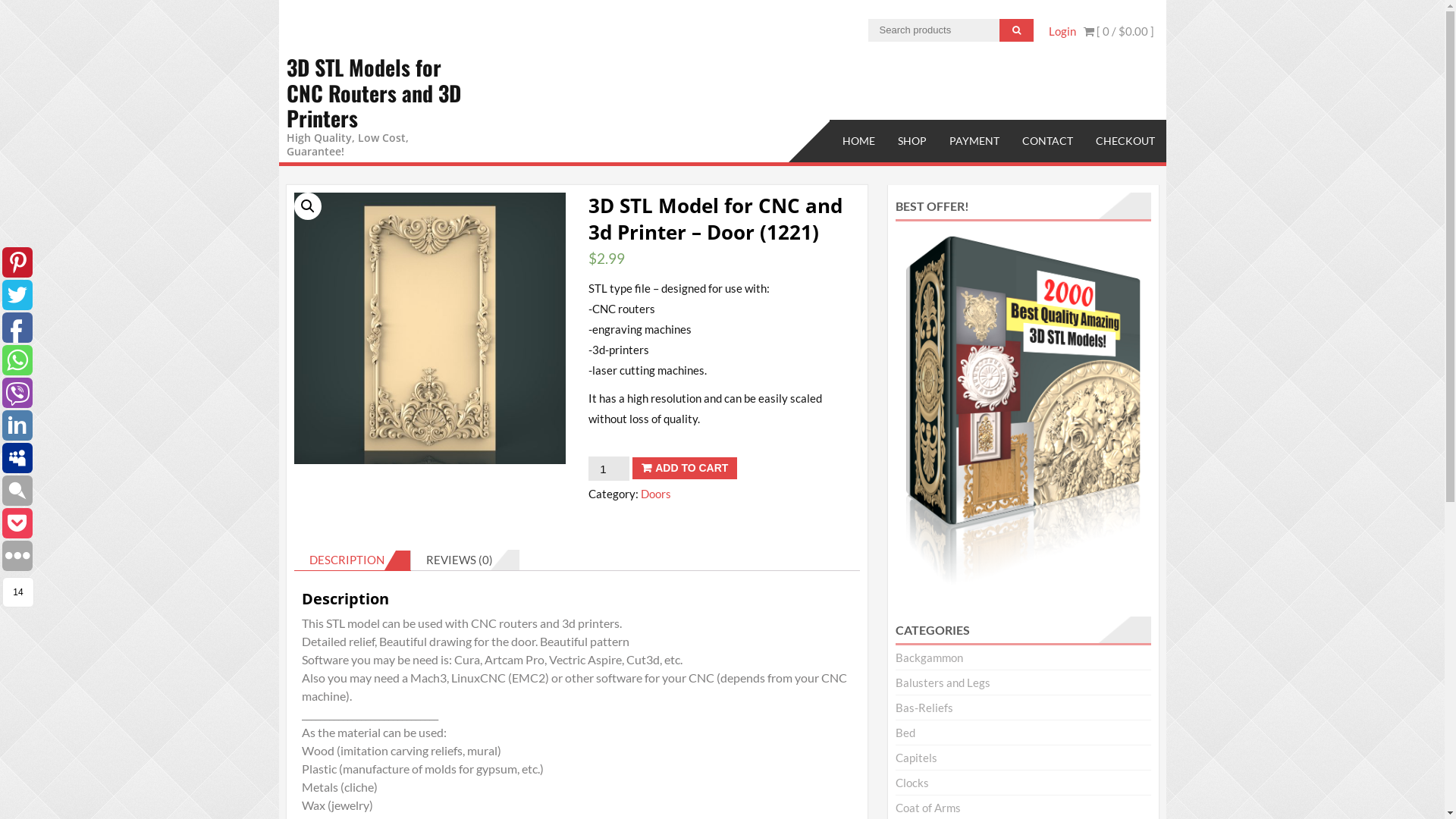 The width and height of the screenshot is (1456, 819). I want to click on 'Bas-Reliefs', so click(924, 708).